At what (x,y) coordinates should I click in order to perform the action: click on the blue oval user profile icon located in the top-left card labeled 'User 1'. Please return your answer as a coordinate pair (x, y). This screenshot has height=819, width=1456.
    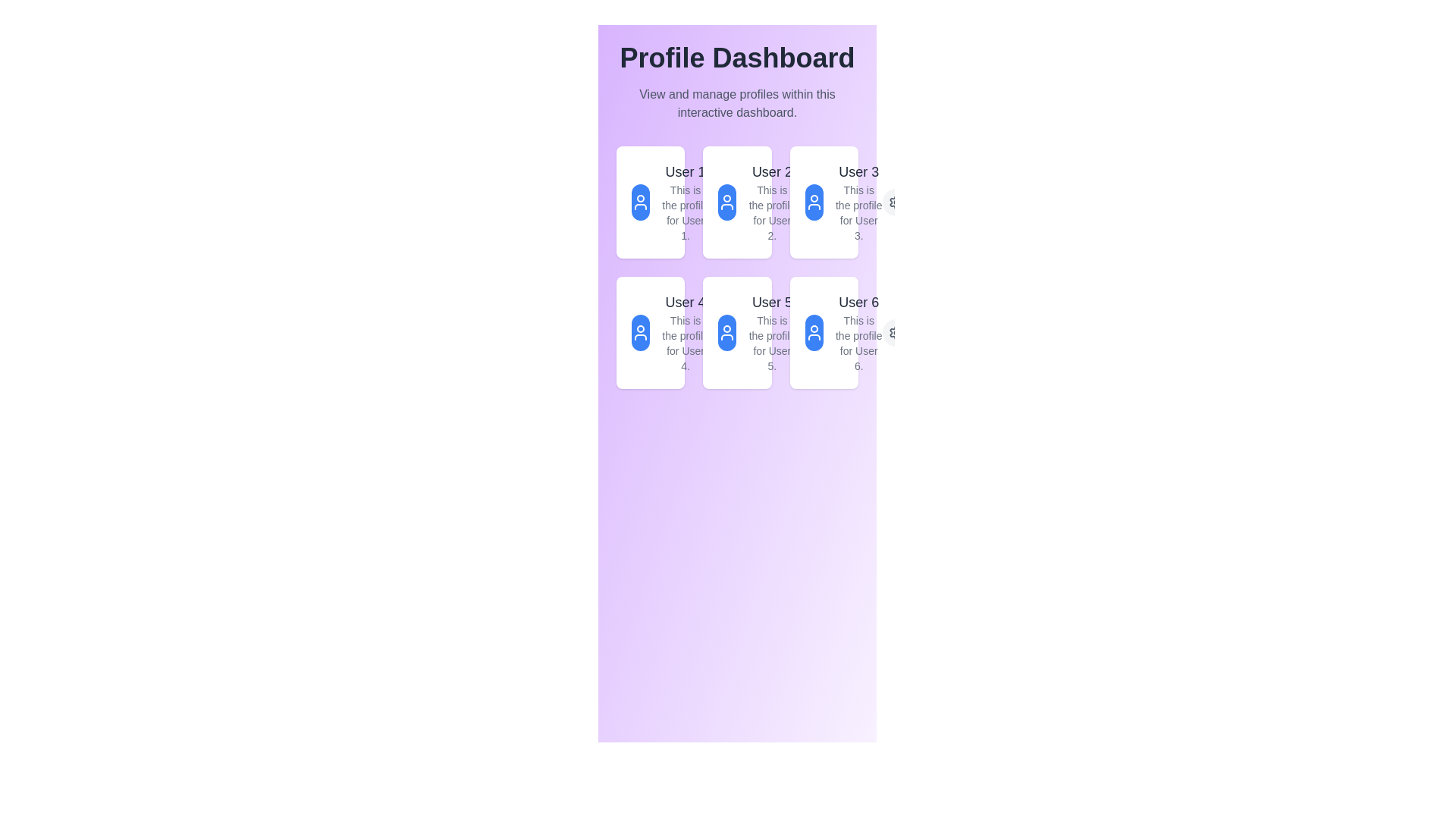
    Looking at the image, I should click on (651, 201).